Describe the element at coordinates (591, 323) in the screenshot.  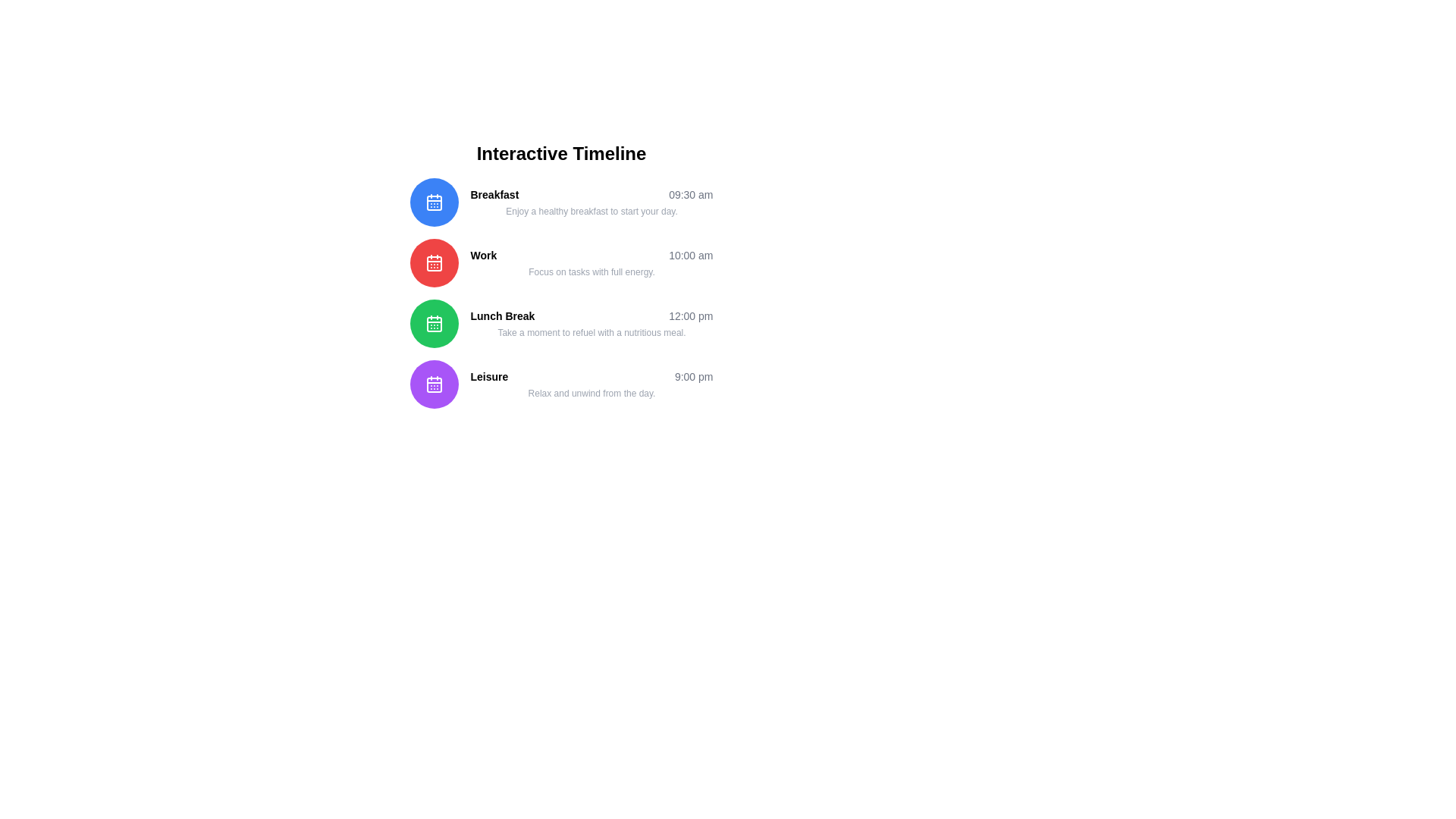
I see `text block displaying 'Lunch Break' at 12:00 pm with the note 'Take a moment to refuel with a nutritious meal.' This text block is the third in a vertical list of events in an interactive timeline, positioned between 'Work' and 'Leisure'` at that location.